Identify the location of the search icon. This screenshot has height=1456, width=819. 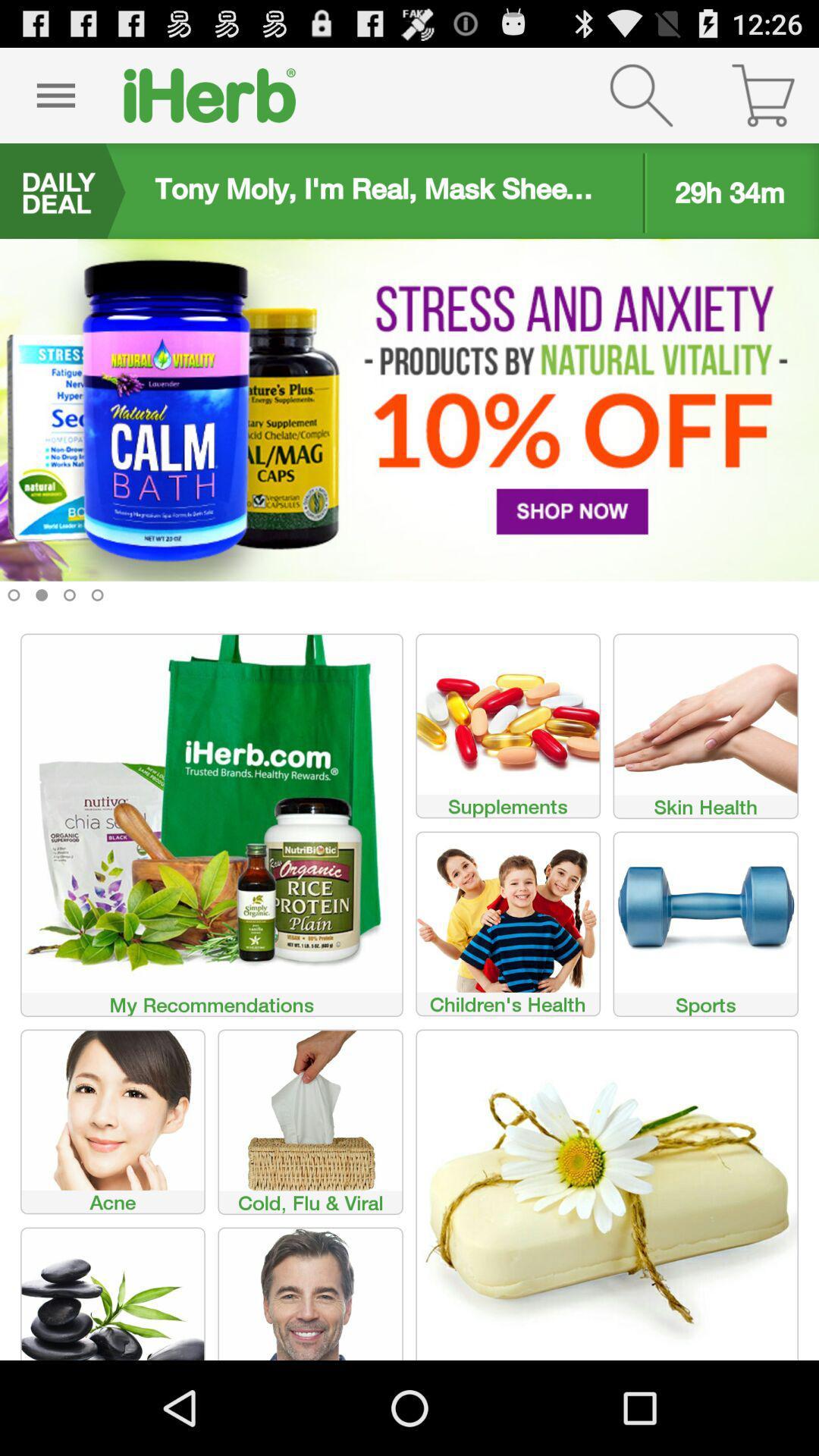
(641, 101).